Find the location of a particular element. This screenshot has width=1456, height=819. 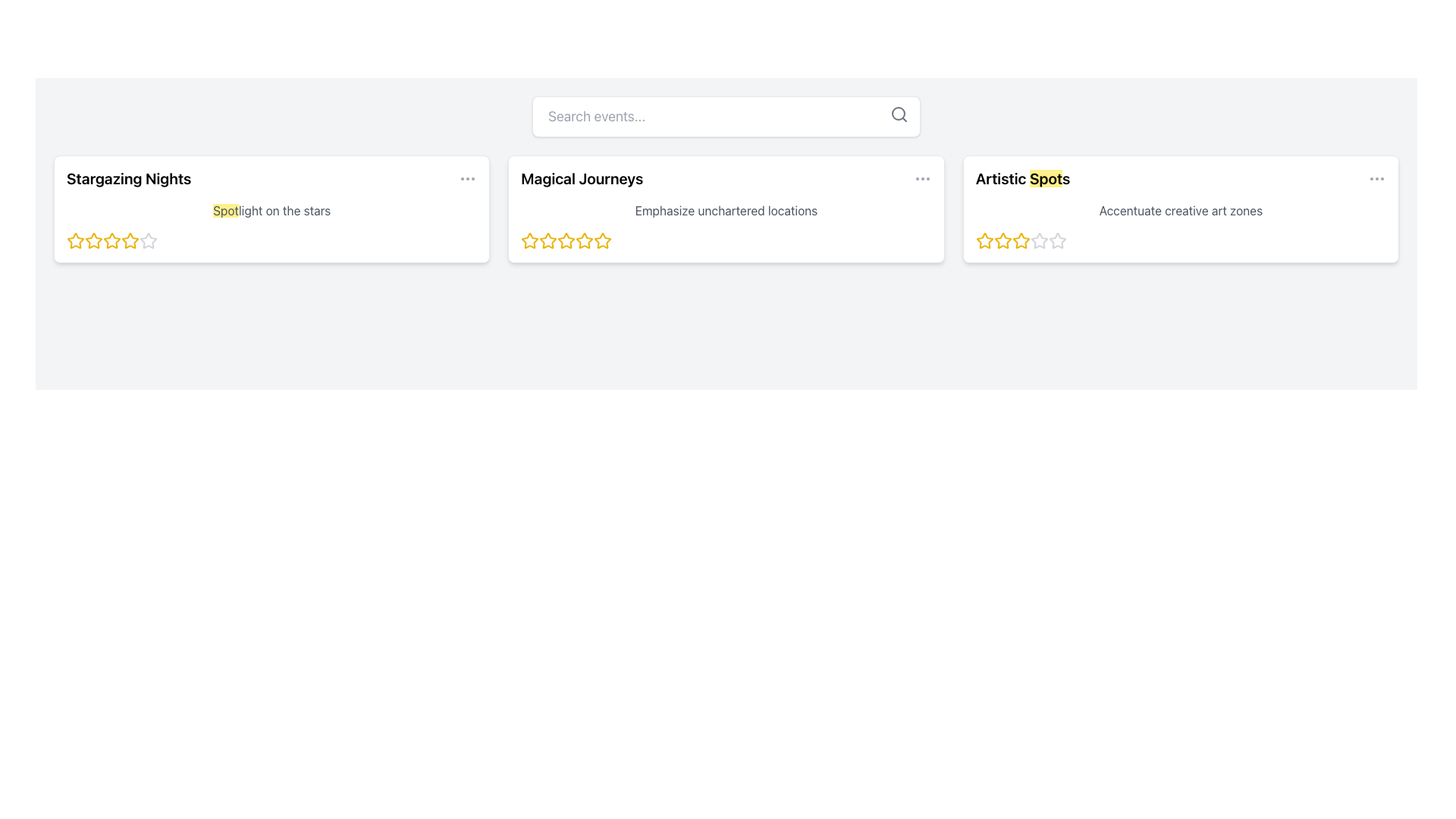

the fifth star-shaped icon with a yellow outline in the second card from the left to observe its tooltip or animation is located at coordinates (602, 240).